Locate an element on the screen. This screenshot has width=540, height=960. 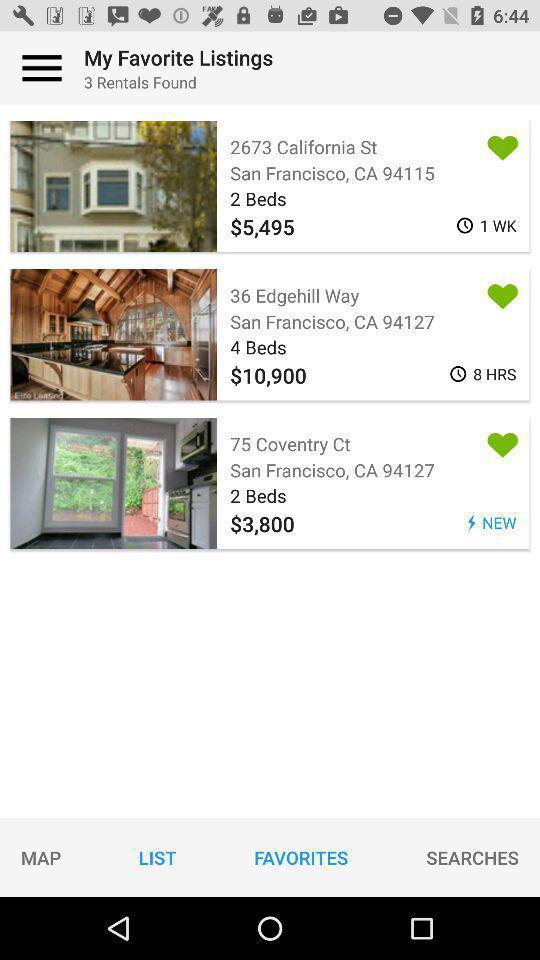
icon to the left of the list item is located at coordinates (41, 856).